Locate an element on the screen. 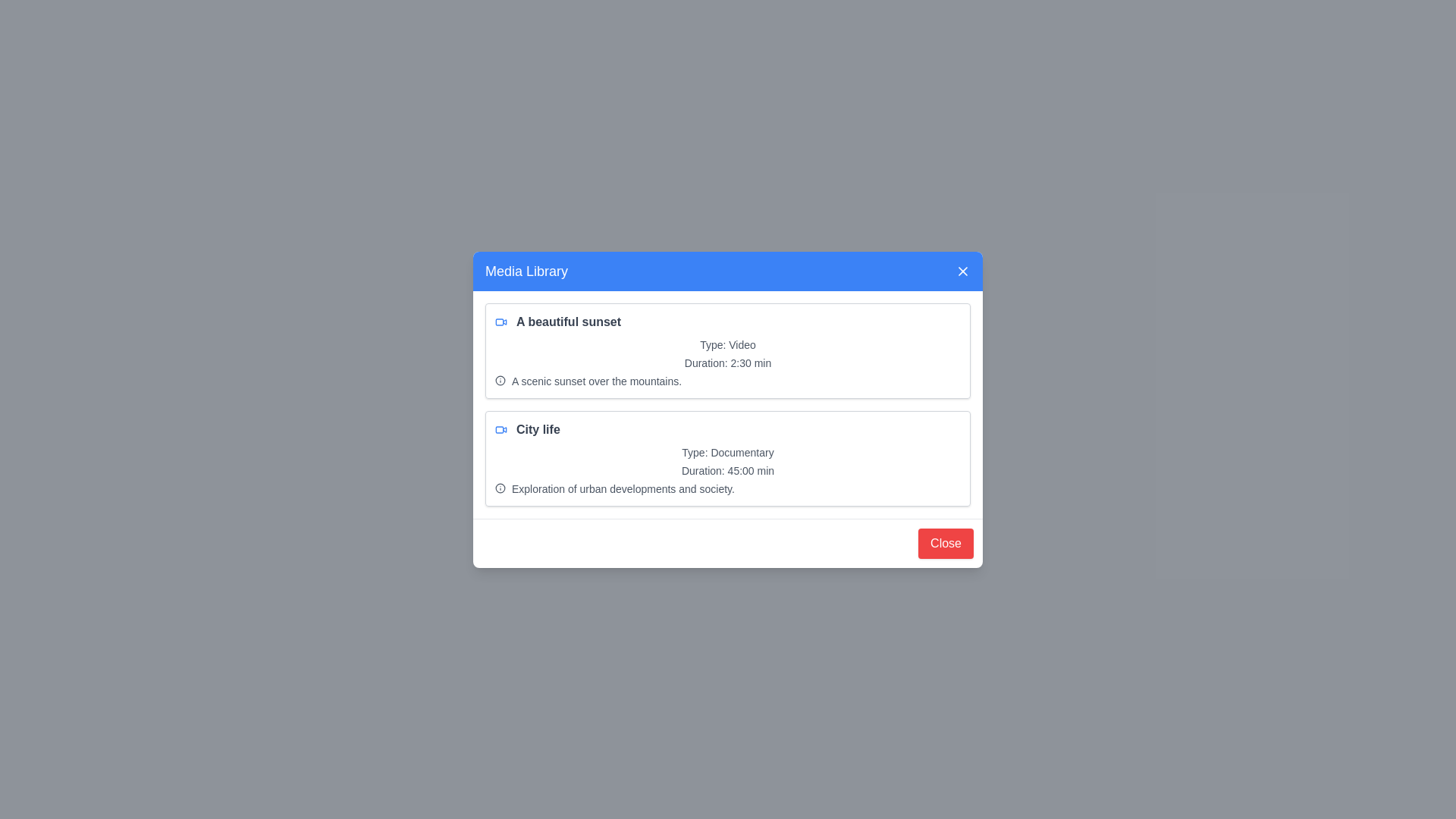  the close button represented by the SVG graphic in the top-right corner of the 'Media Library' dialog box is located at coordinates (962, 270).